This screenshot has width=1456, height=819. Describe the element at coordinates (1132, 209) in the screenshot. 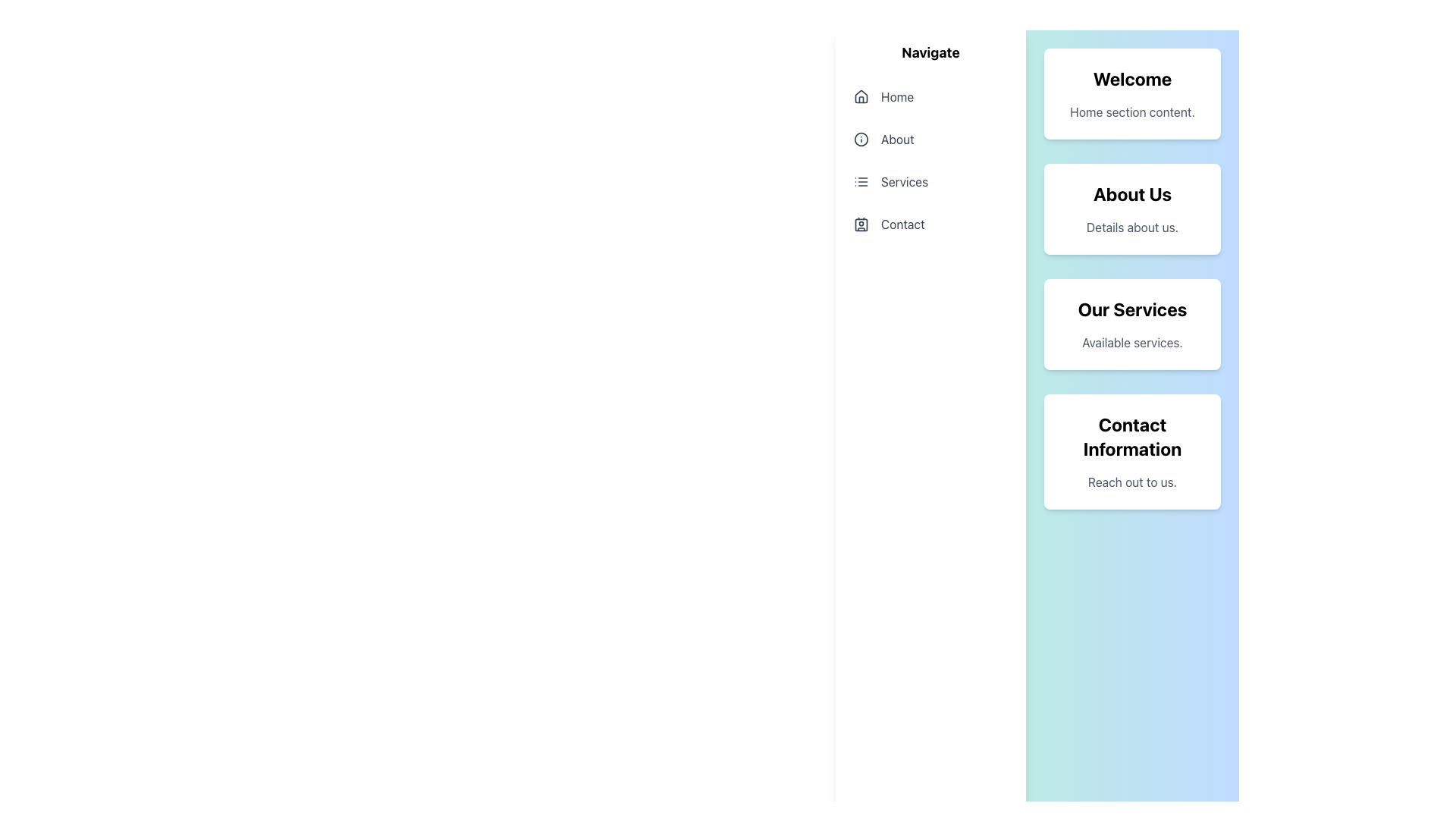

I see `the Informational card that displays introductory information about the organization, located in the second position of the vertically stacked list of cards` at that location.